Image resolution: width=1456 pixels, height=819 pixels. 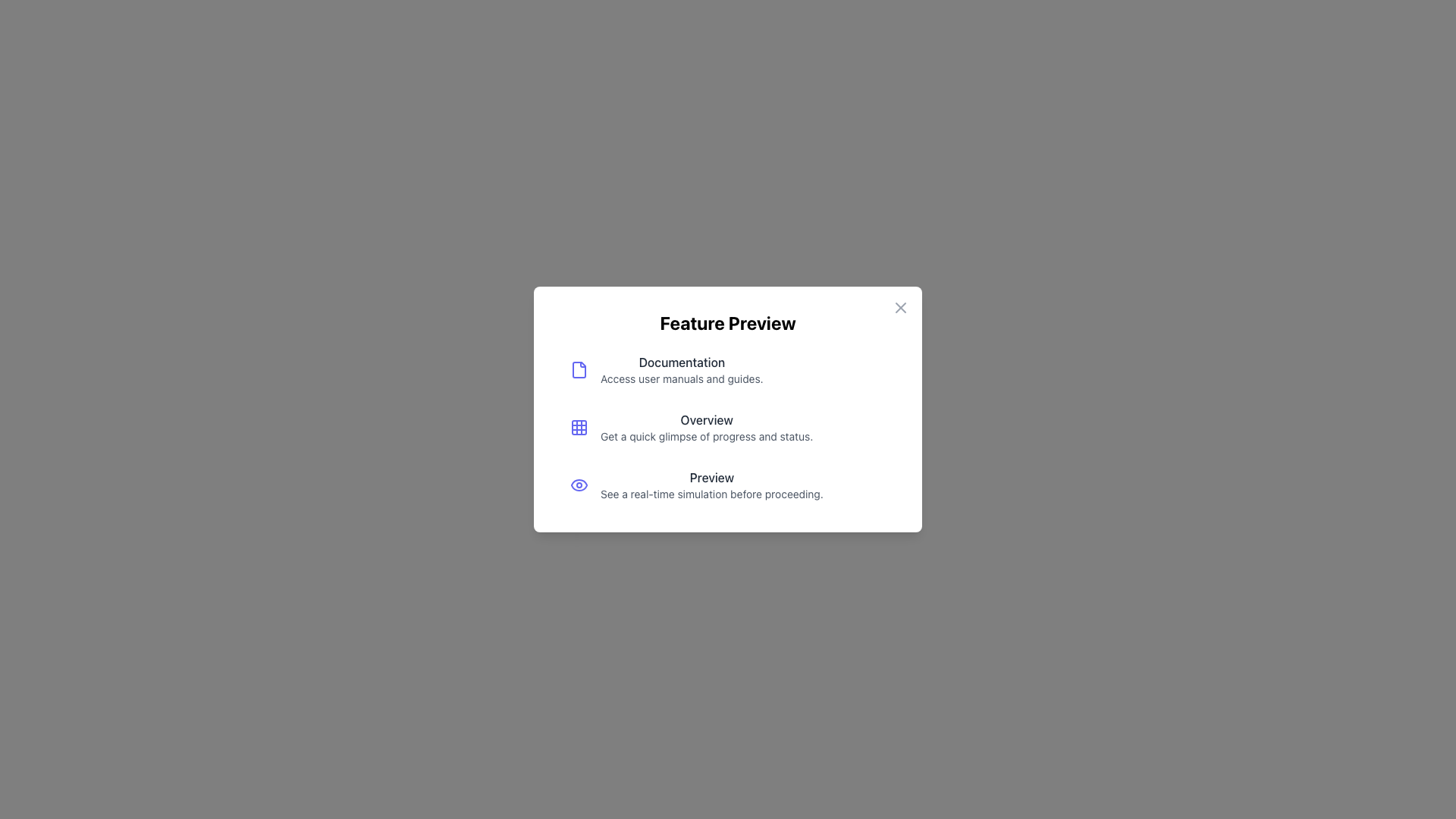 I want to click on the small purple and white stylized file icon located to the left of the text 'Documentation', which is the first part of a list within the dialog, so click(x=578, y=370).